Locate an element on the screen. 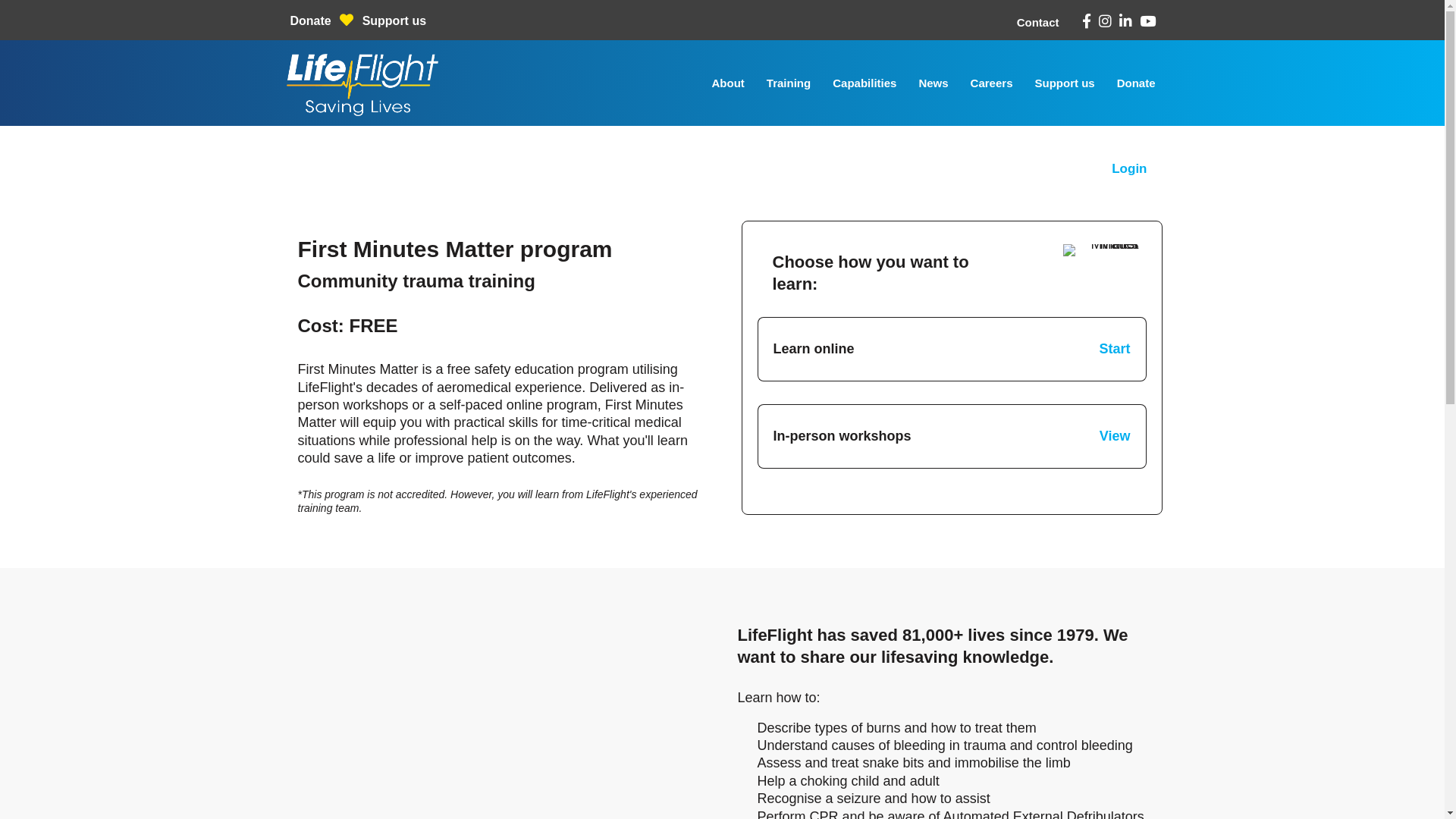 The height and width of the screenshot is (819, 1456). 'View' is located at coordinates (1099, 436).